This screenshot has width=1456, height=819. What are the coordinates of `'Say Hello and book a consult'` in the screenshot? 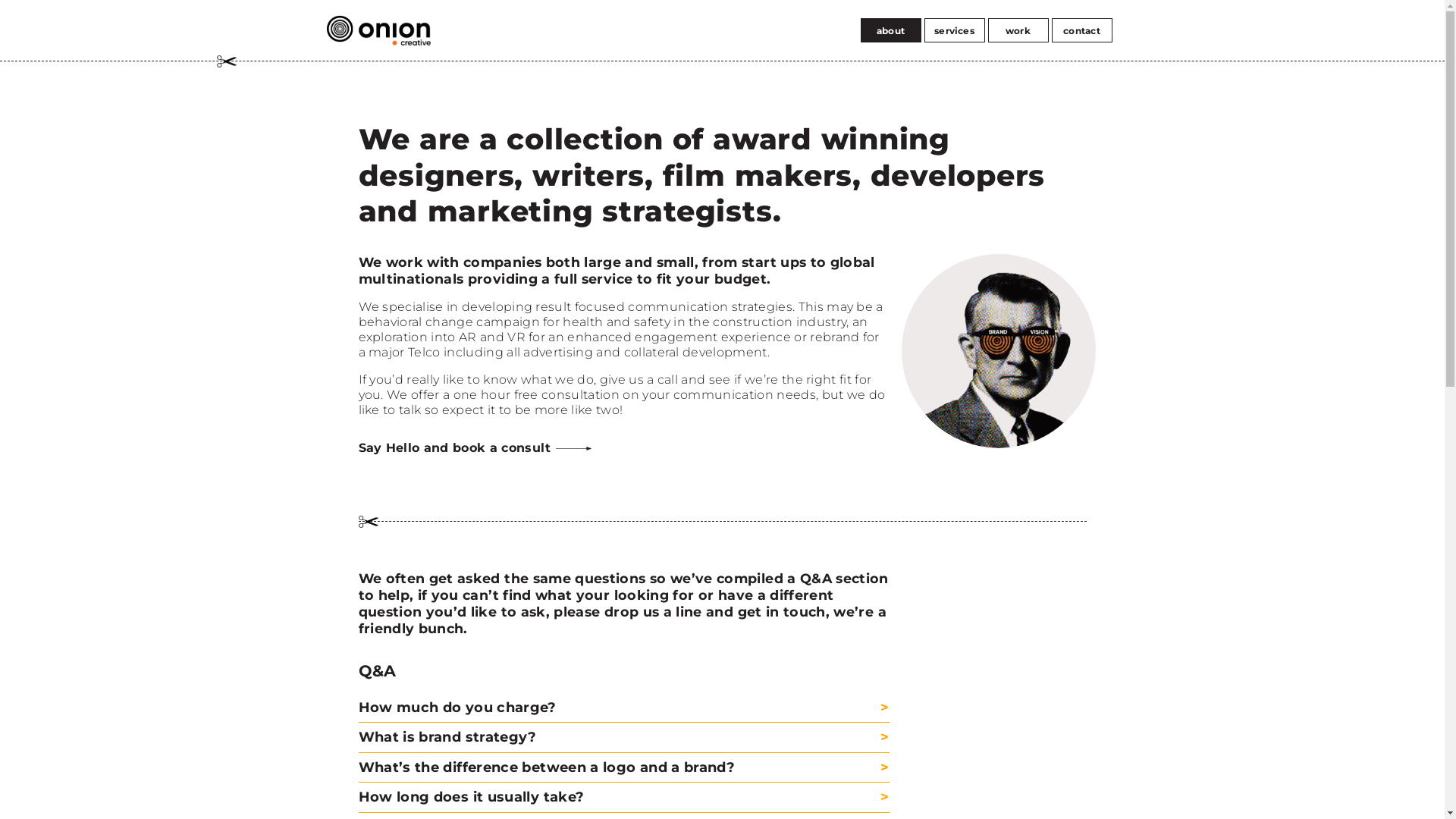 It's located at (473, 447).